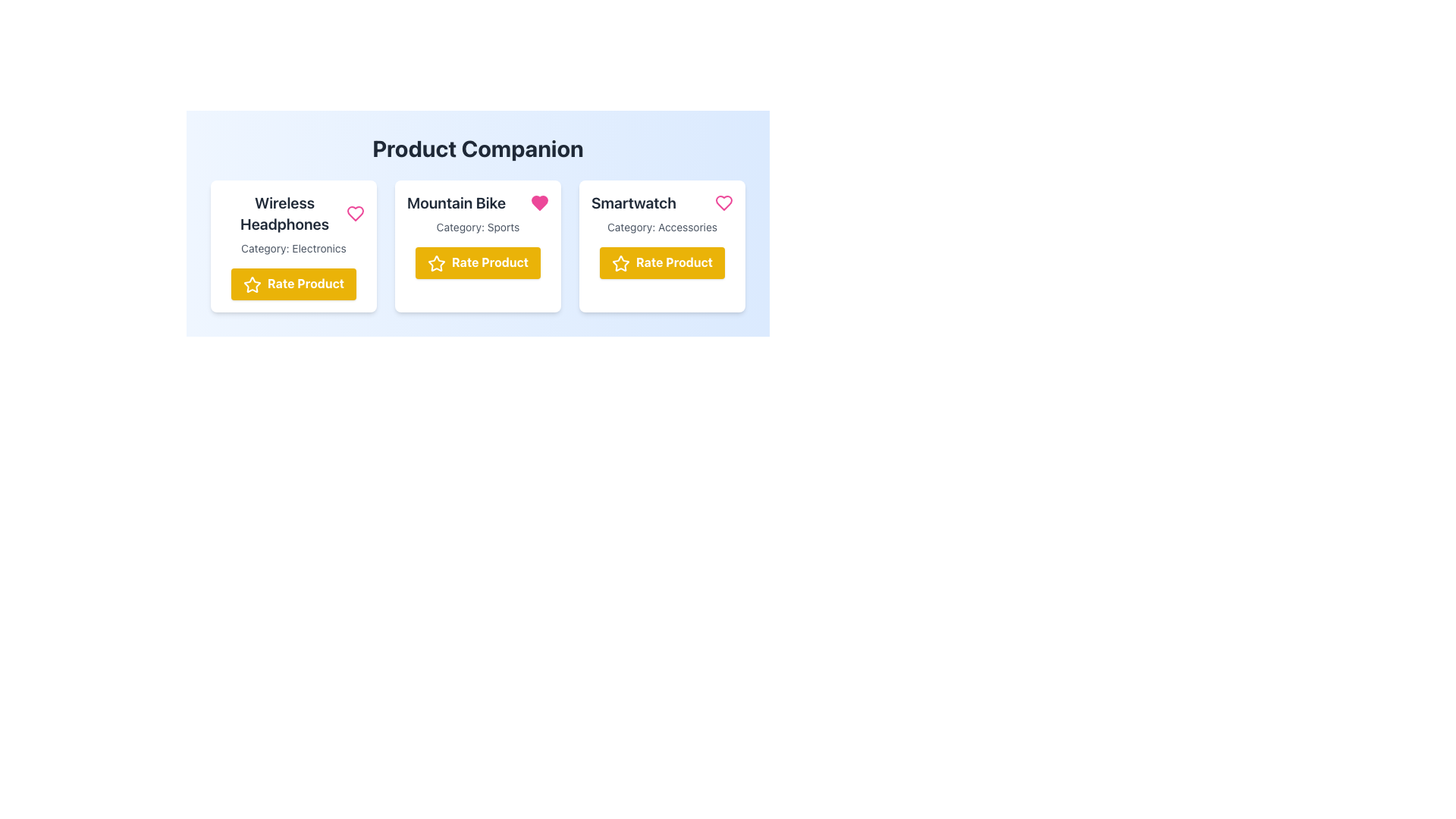 This screenshot has width=1456, height=819. Describe the element at coordinates (477, 262) in the screenshot. I see `the rating button located in the center of the 'Mountain Bike' card under the 'Product Companion' section to initiate the rating process` at that location.